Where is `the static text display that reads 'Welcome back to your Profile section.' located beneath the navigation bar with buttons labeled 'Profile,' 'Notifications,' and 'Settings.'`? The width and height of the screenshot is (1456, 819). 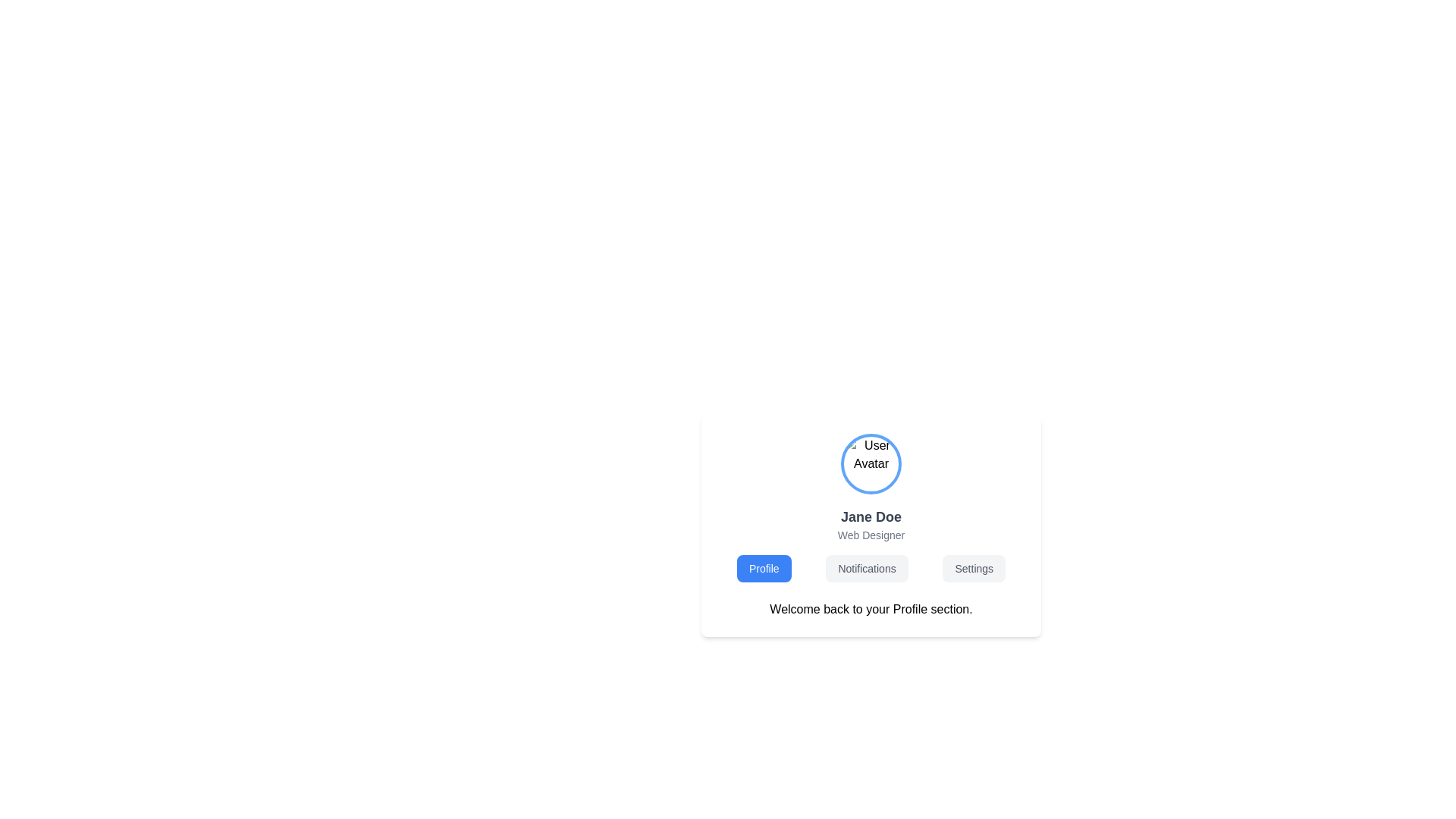
the static text display that reads 'Welcome back to your Profile section.' located beneath the navigation bar with buttons labeled 'Profile,' 'Notifications,' and 'Settings.' is located at coordinates (871, 608).